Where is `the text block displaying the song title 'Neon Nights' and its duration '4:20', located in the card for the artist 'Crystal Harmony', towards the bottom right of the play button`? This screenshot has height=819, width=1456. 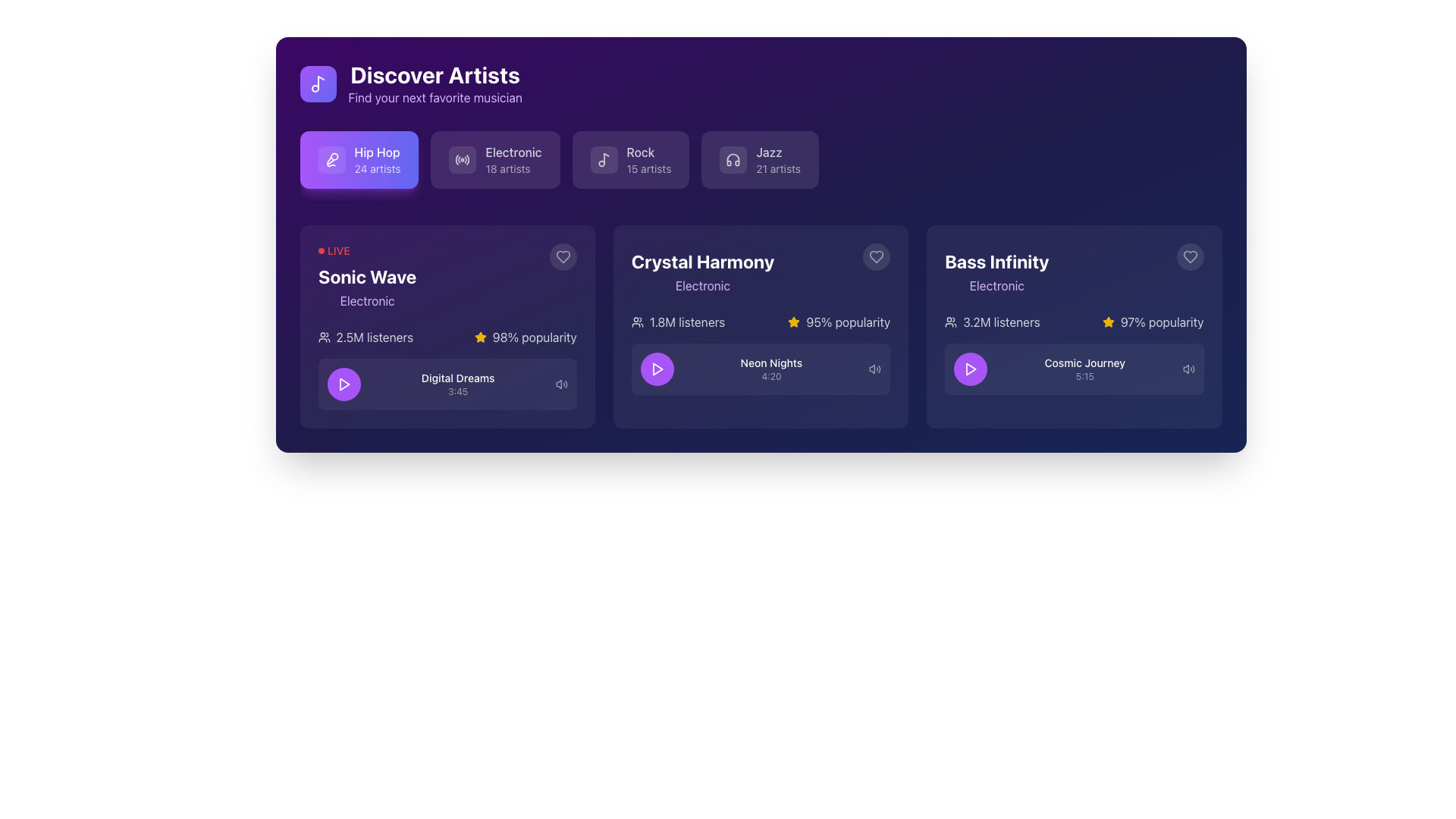
the text block displaying the song title 'Neon Nights' and its duration '4:20', located in the card for the artist 'Crystal Harmony', towards the bottom right of the play button is located at coordinates (771, 369).